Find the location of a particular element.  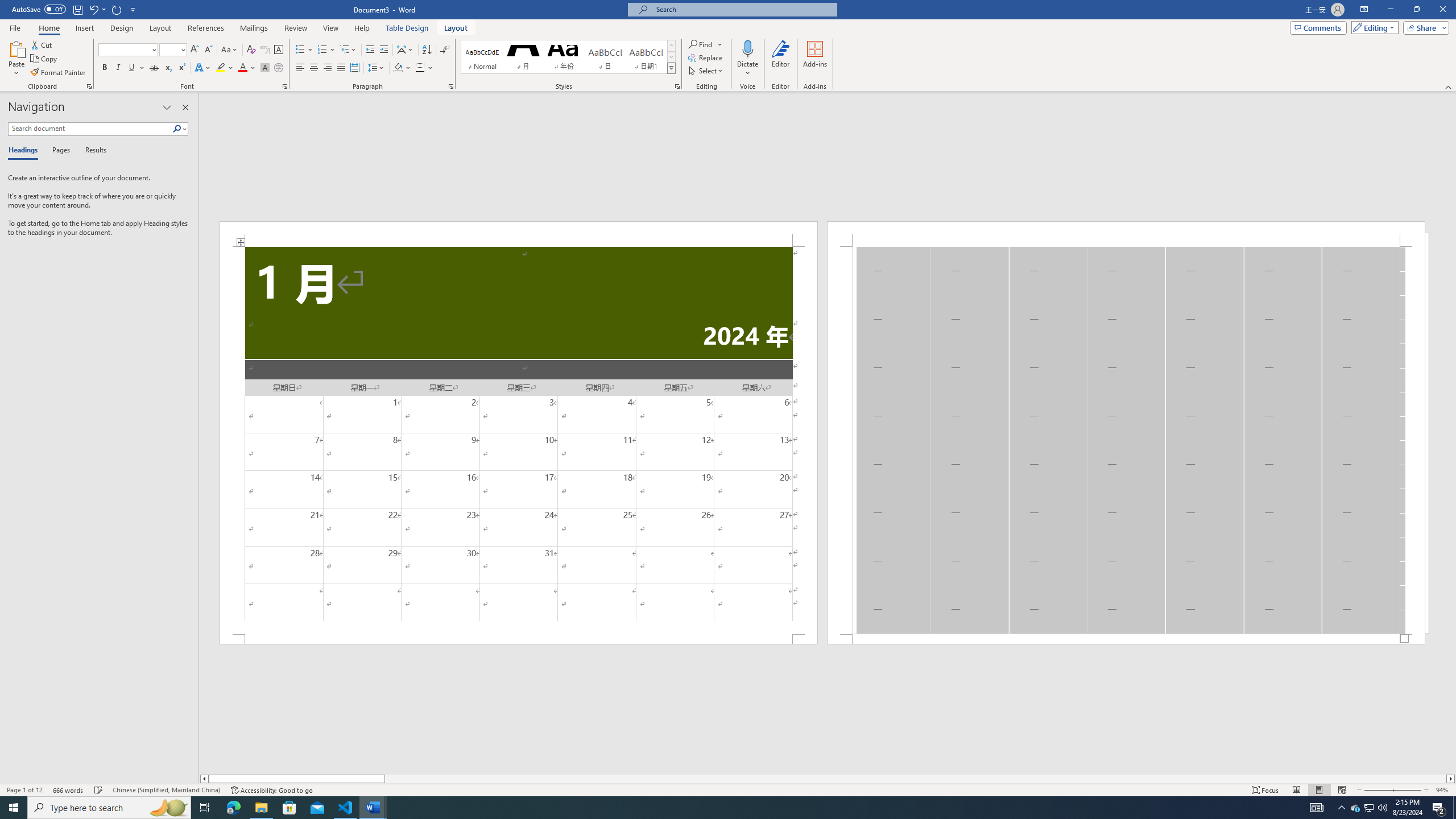

'Accessibility Checker Accessibility: Good to go' is located at coordinates (271, 790).